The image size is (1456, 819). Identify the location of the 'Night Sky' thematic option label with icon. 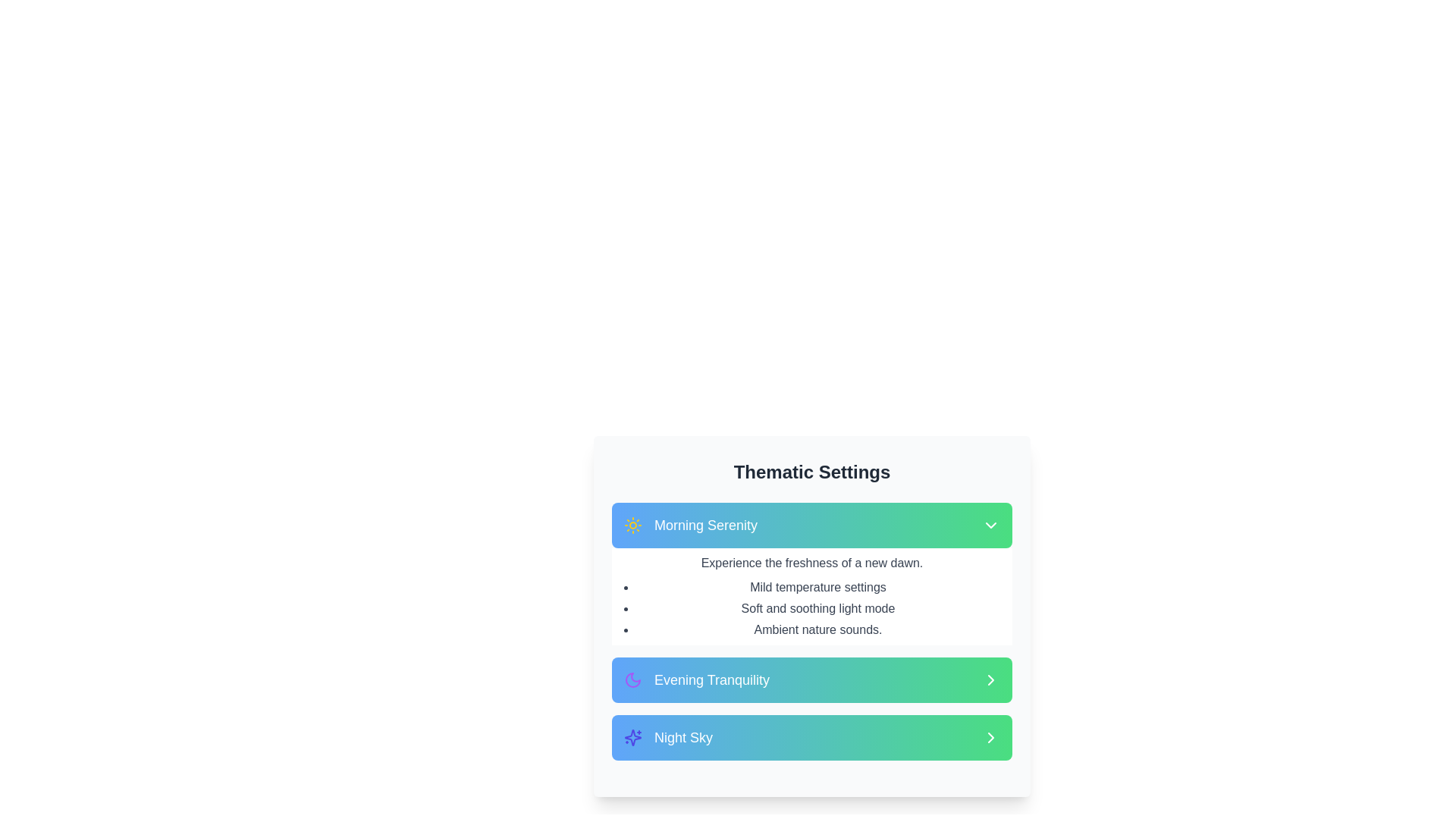
(667, 736).